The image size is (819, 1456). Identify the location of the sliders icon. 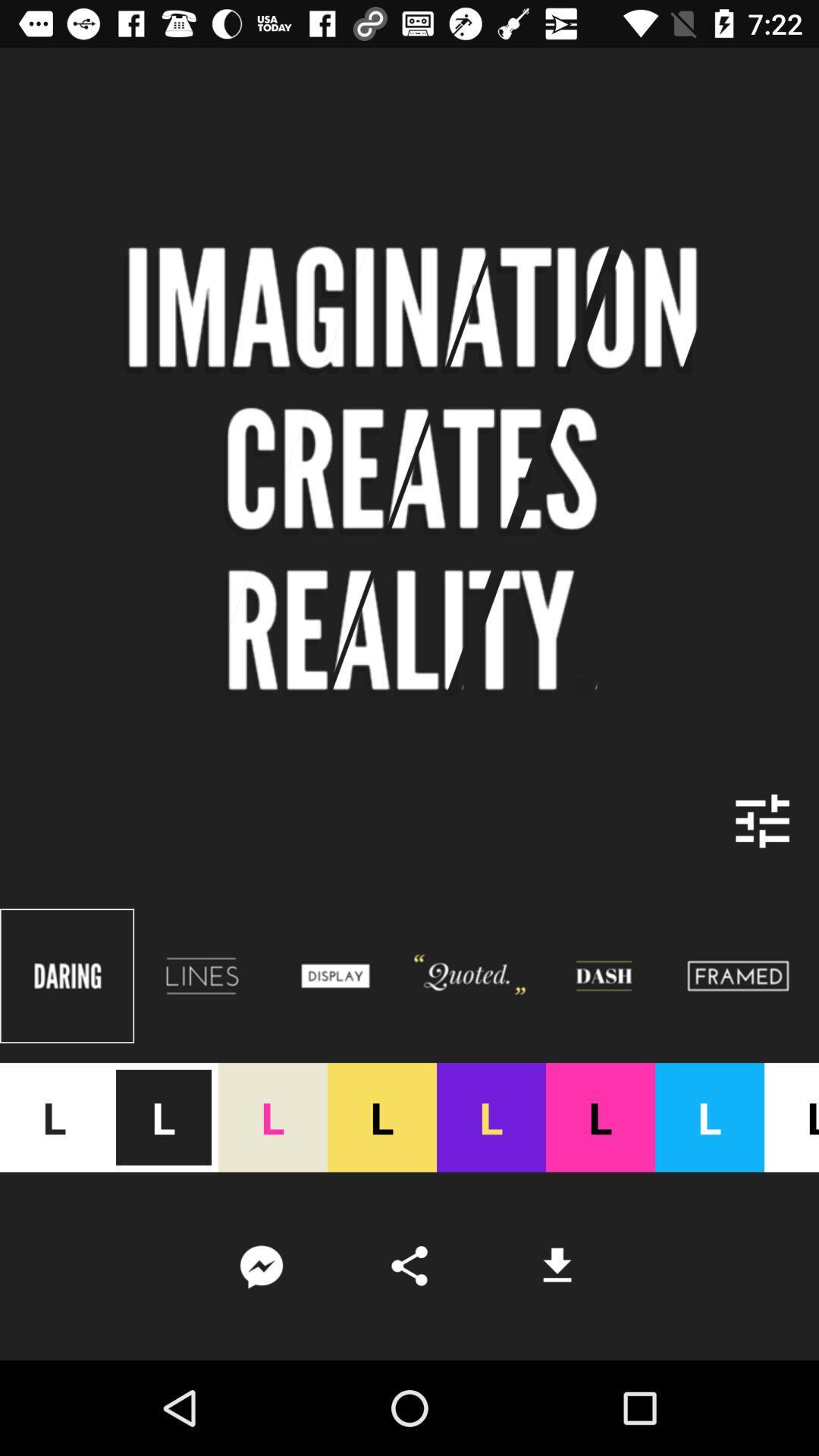
(763, 821).